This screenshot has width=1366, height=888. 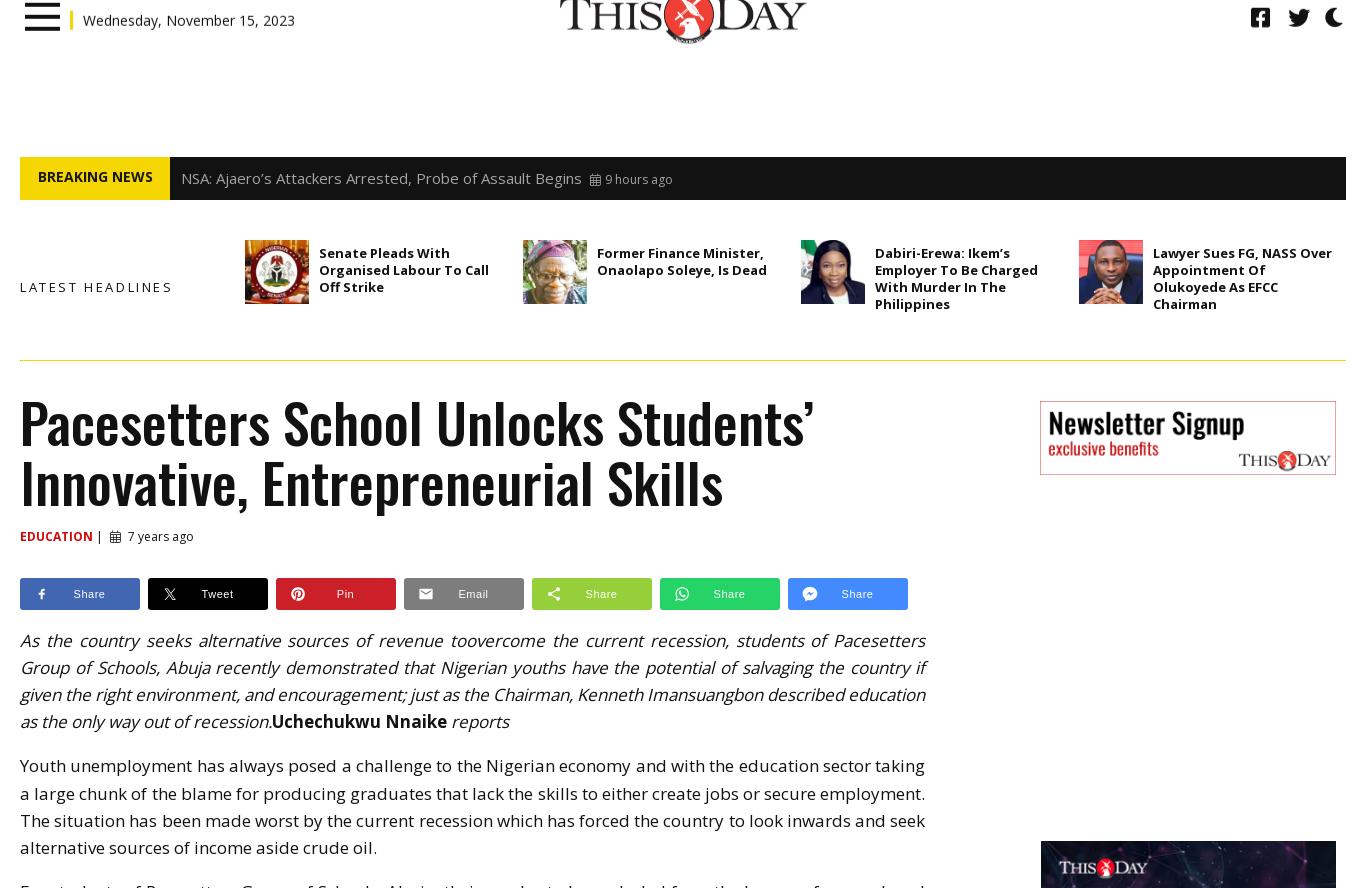 I want to click on 'Wednesday, November 15, 2023', so click(x=188, y=53).